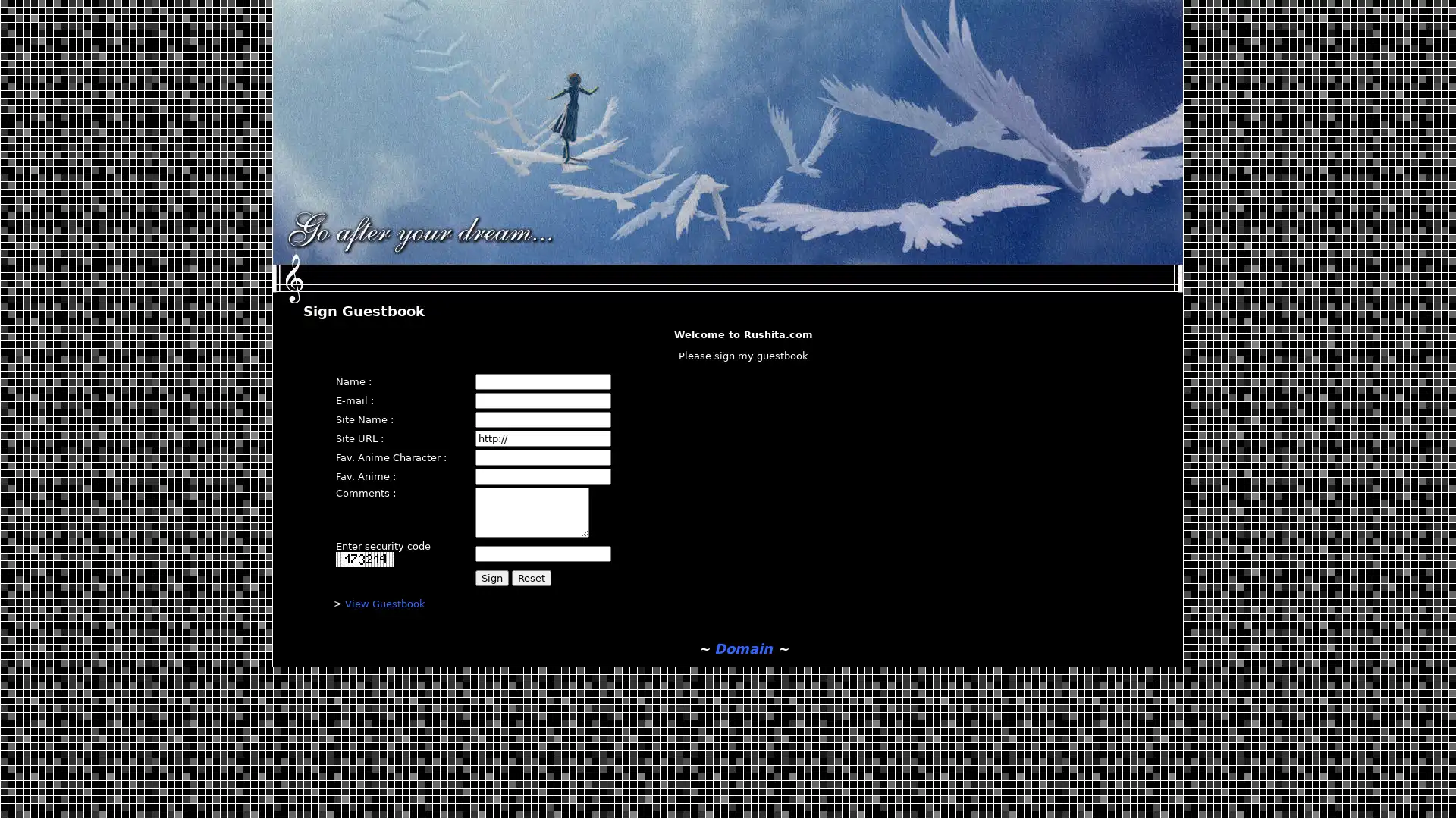 Image resolution: width=1456 pixels, height=819 pixels. What do you see at coordinates (531, 578) in the screenshot?
I see `Reset` at bounding box center [531, 578].